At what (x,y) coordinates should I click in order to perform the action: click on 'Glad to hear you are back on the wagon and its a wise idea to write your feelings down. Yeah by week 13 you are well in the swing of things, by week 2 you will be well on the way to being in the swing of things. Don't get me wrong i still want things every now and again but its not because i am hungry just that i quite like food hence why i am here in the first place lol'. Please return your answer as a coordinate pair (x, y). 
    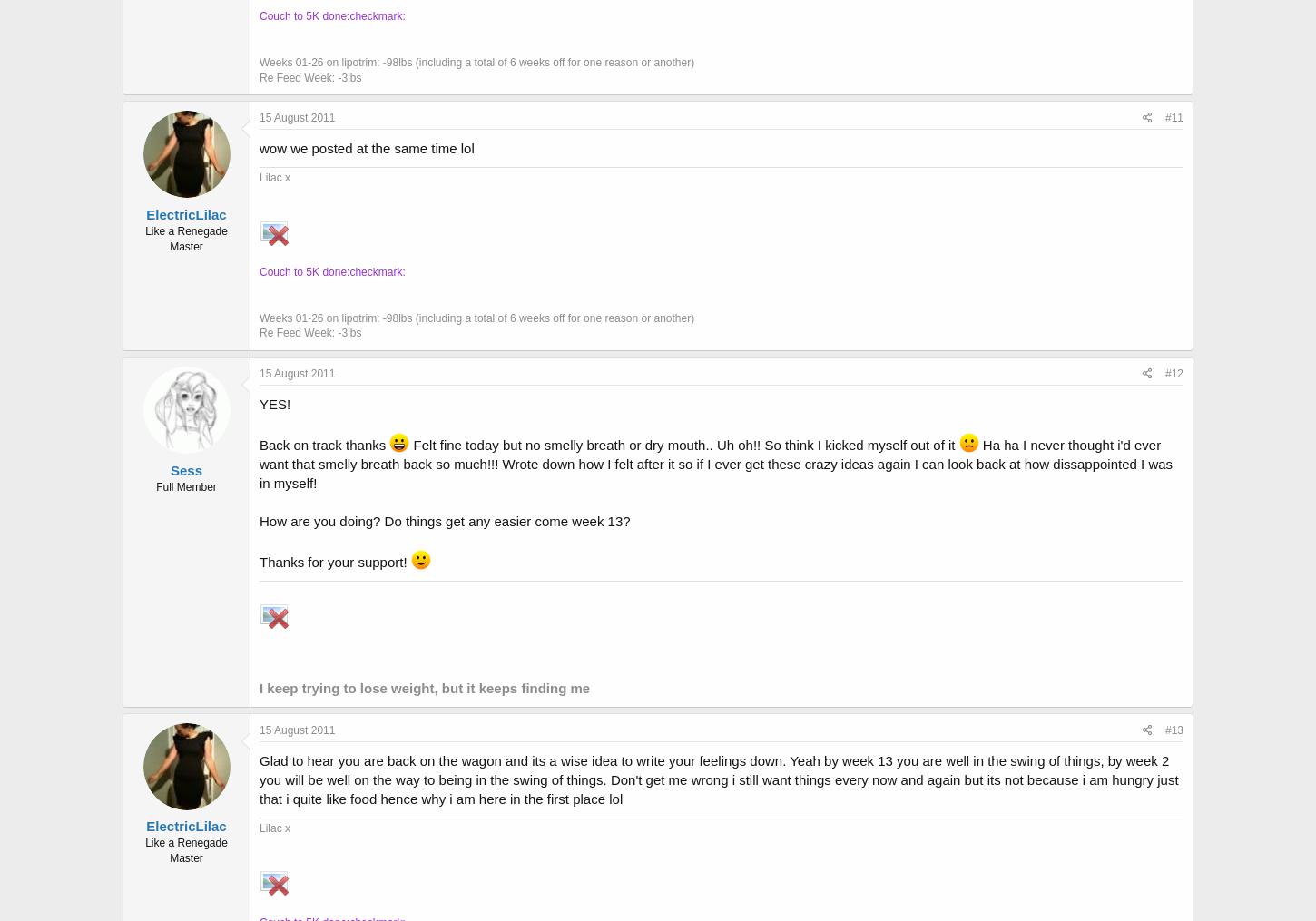
    Looking at the image, I should click on (718, 779).